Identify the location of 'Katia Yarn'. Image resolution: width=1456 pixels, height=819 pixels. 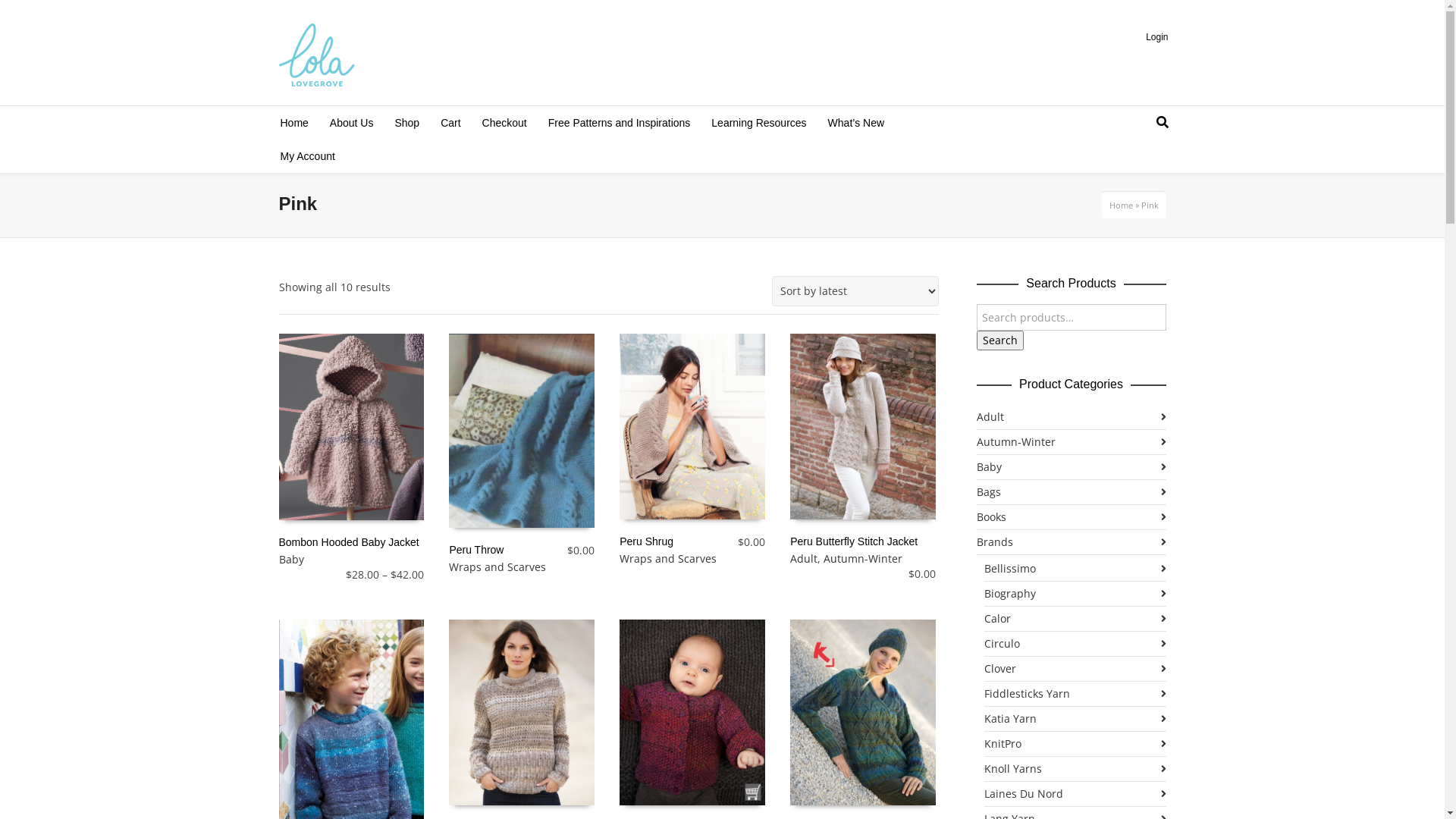
(1074, 718).